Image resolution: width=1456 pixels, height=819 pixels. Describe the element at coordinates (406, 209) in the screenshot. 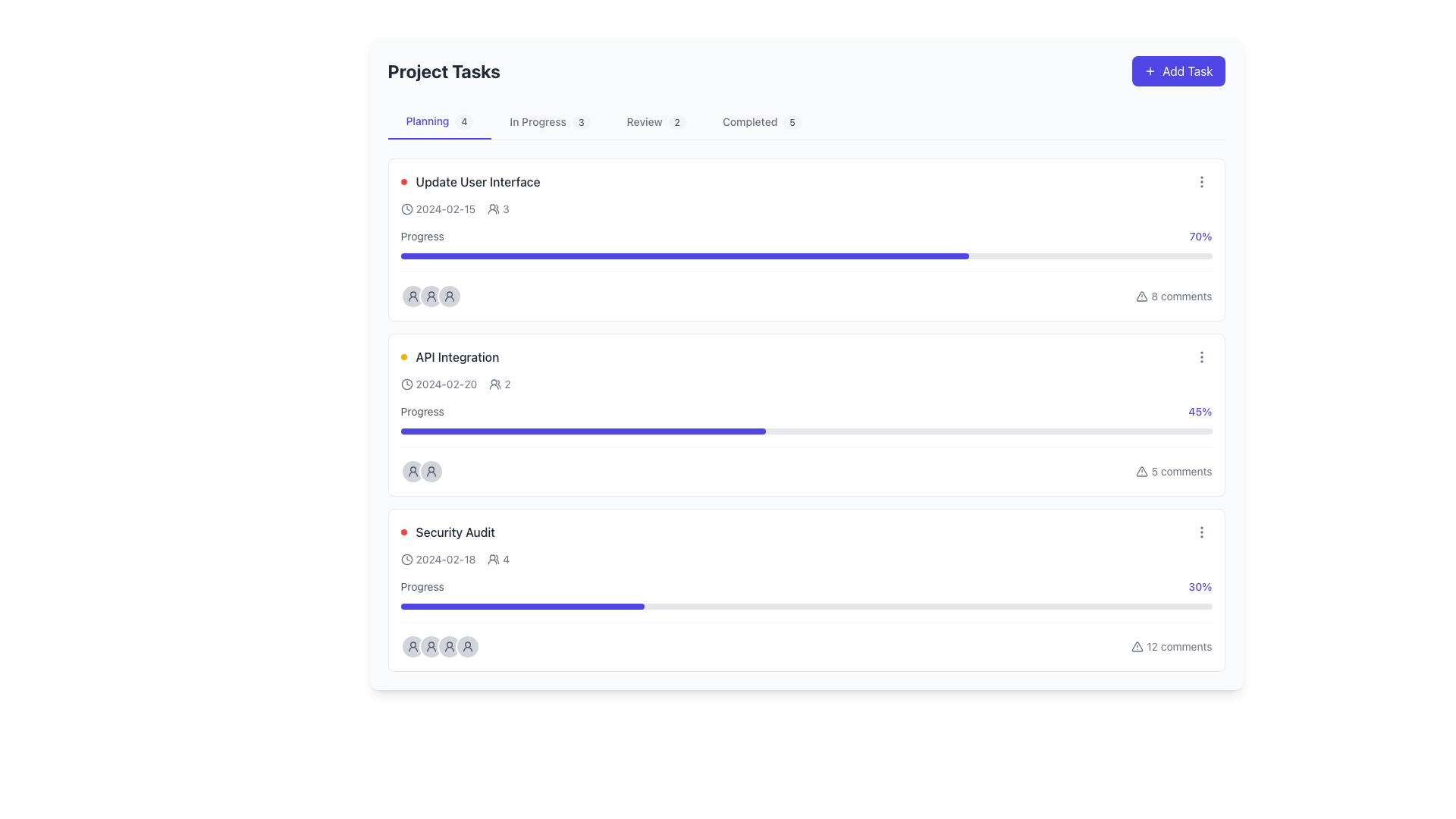

I see `the circular component of the clock icon in the 'Planning' section of the Project Tasks interface, located to the left of the date label '2024-02-20'` at that location.